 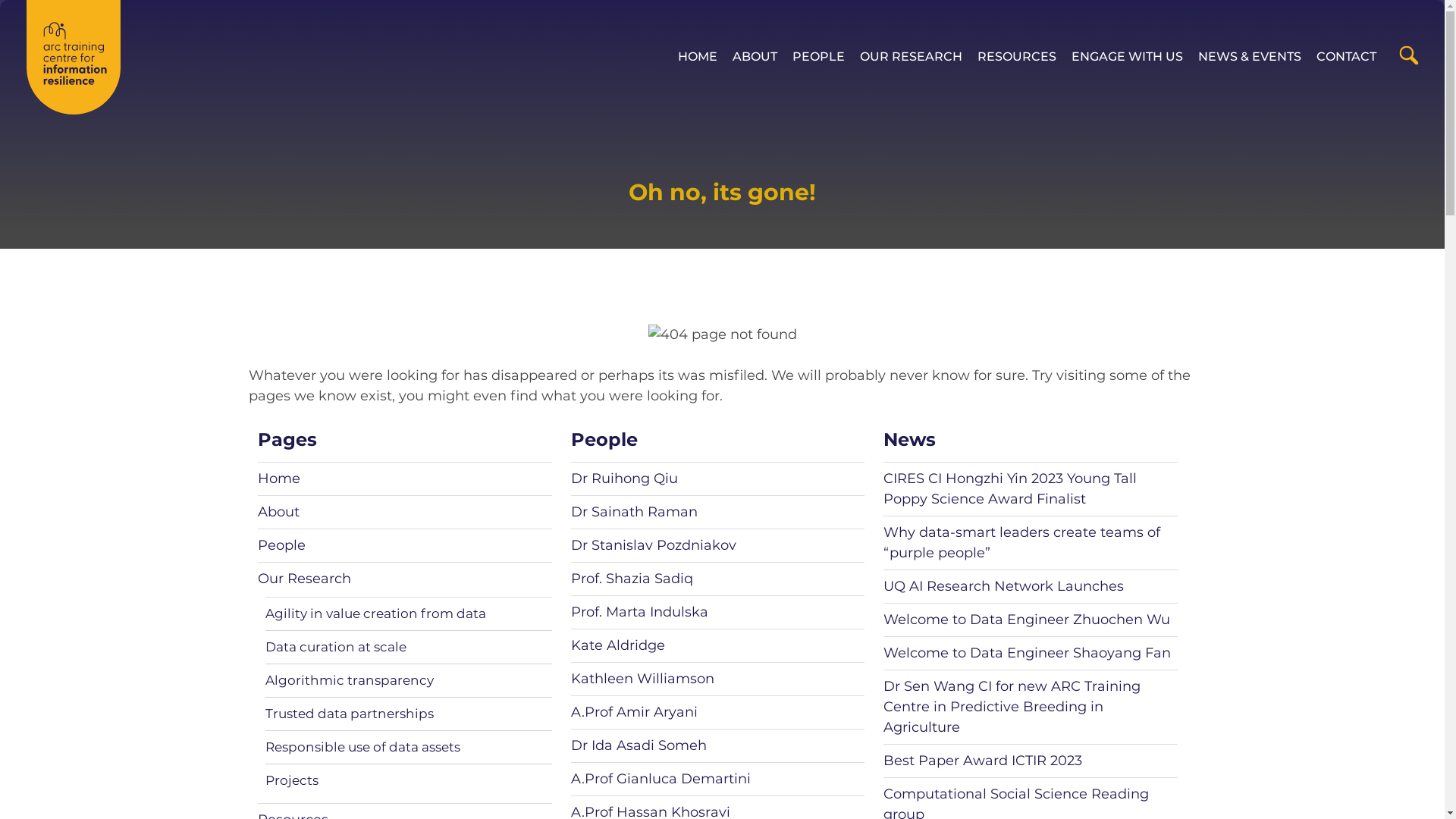 What do you see at coordinates (1127, 55) in the screenshot?
I see `'ENGAGE WITH US'` at bounding box center [1127, 55].